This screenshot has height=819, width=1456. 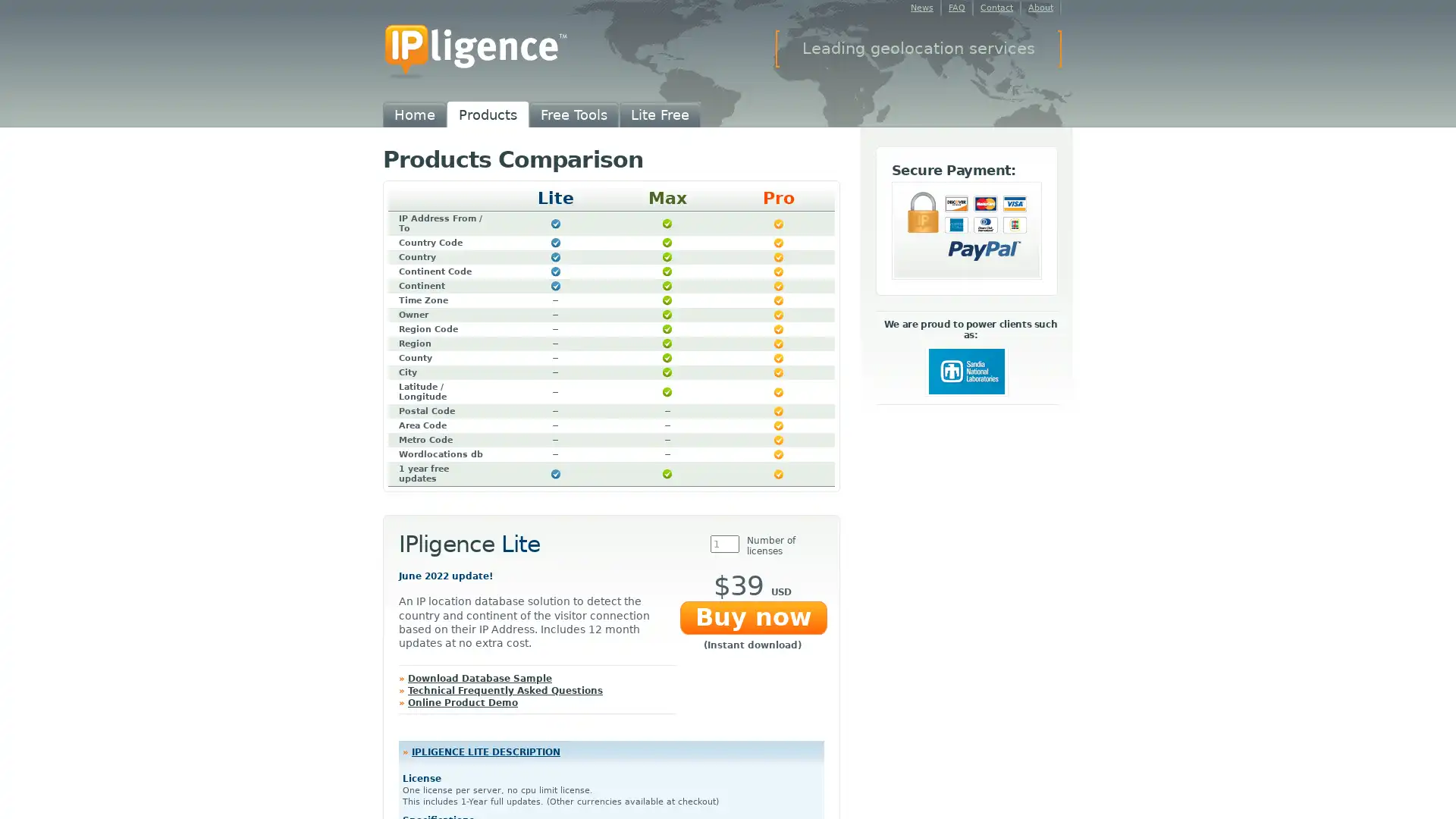 I want to click on Buy now, so click(x=753, y=618).